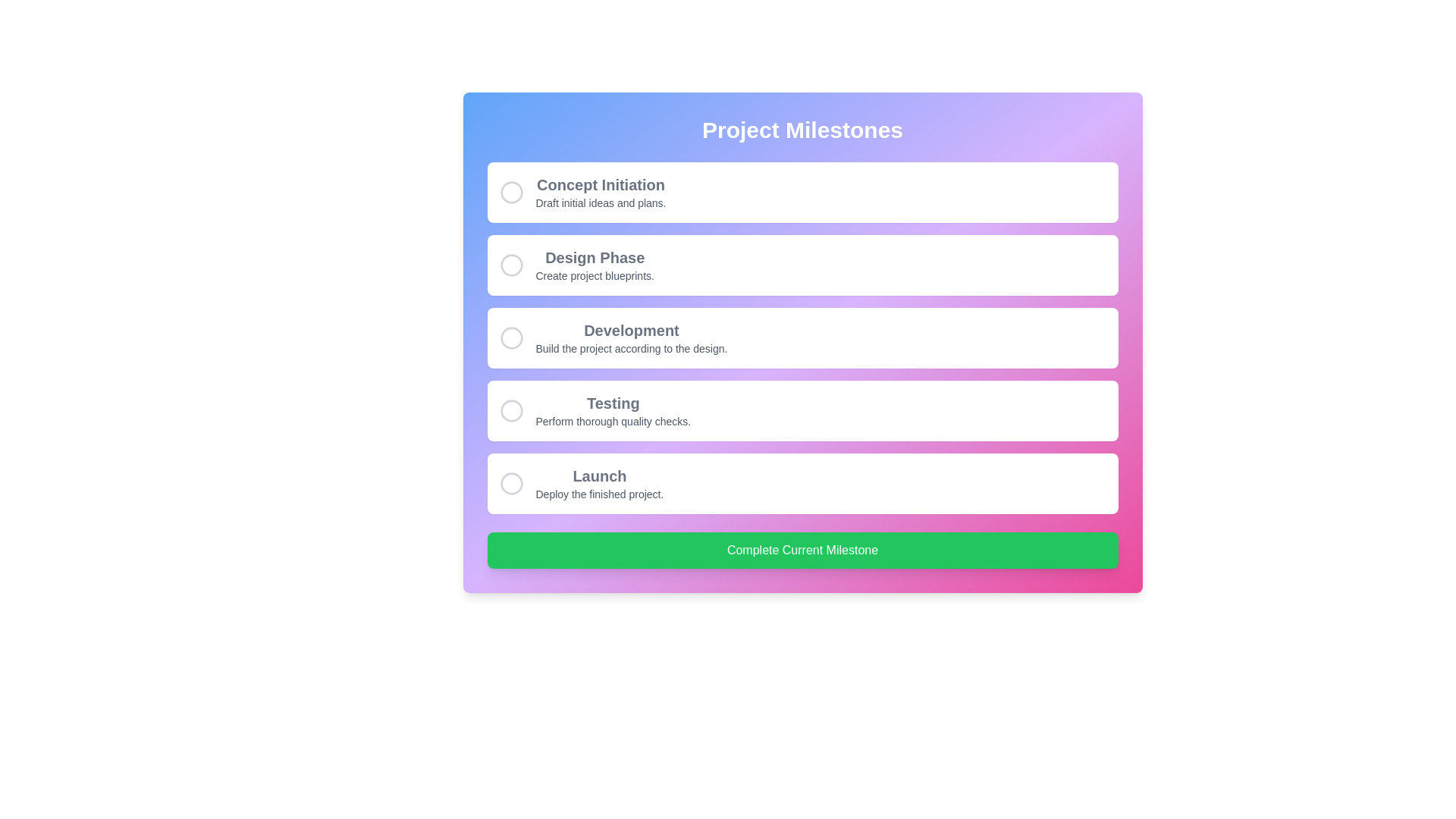  I want to click on the static text that provides additional contextual information about the 'Design Phase' milestone in the project timeline, so click(594, 275).